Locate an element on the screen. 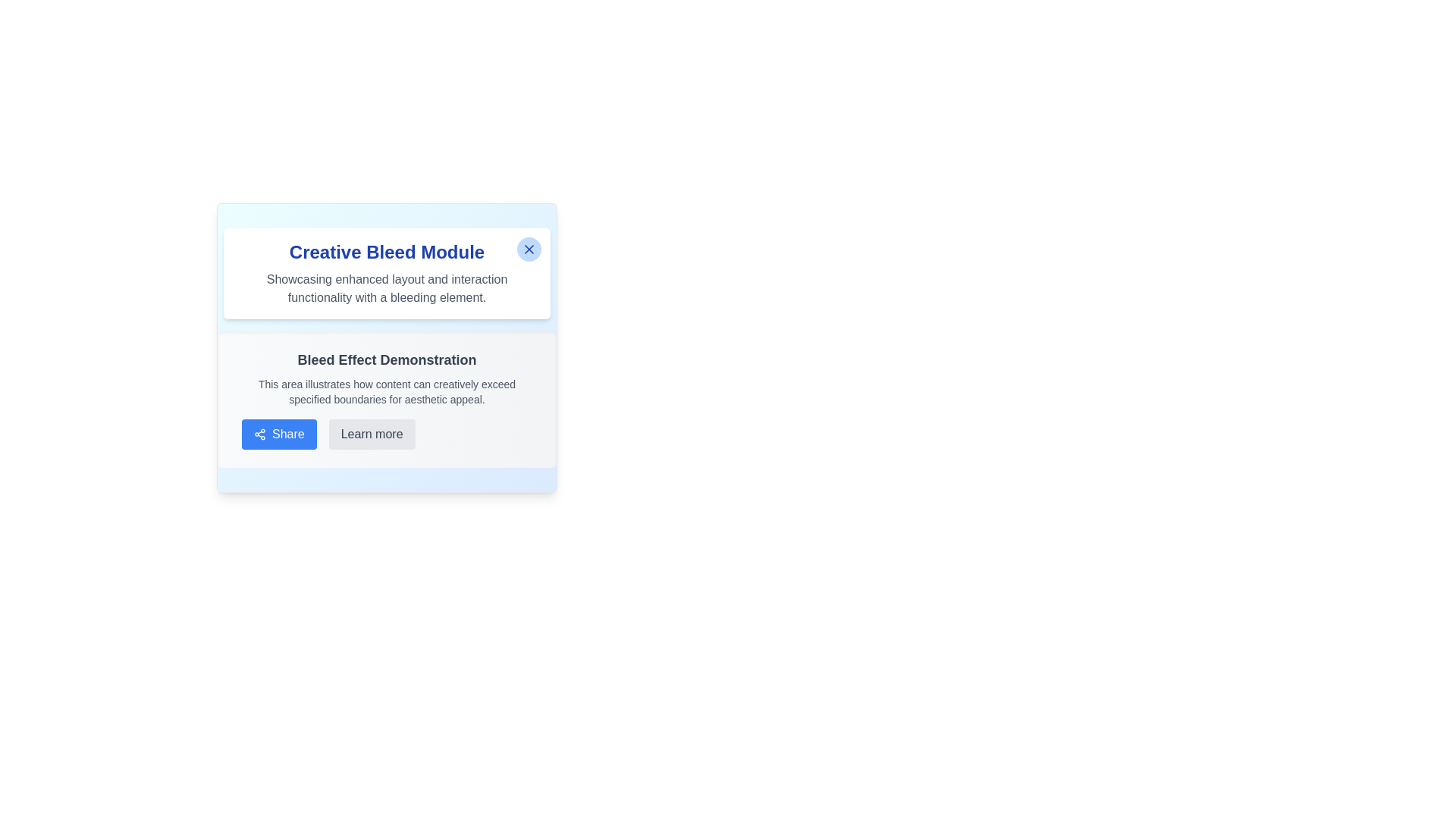  the Text Block providing information about the 'Bleed Effect Demonstration', located centrally beneath the header and above the 'Share' and 'Learn more' buttons is located at coordinates (387, 391).